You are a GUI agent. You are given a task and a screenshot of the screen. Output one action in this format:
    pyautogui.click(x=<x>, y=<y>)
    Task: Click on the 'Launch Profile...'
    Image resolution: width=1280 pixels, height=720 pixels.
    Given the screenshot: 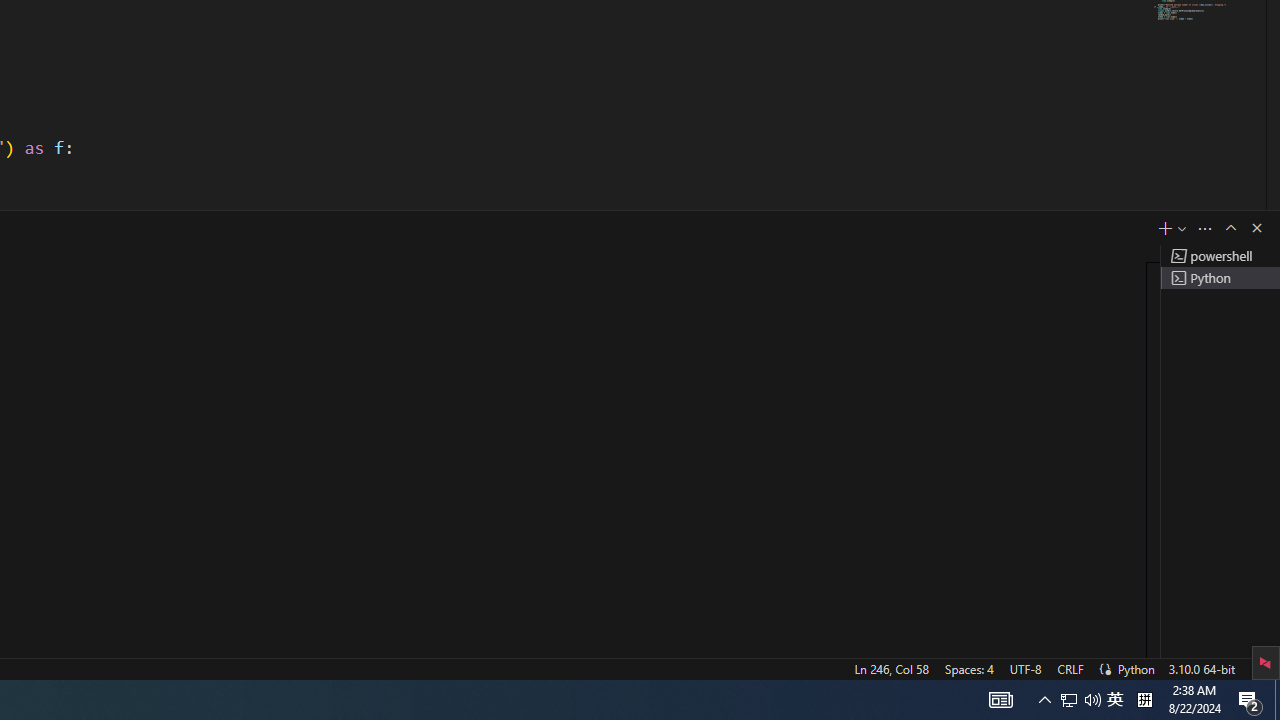 What is the action you would take?
    pyautogui.click(x=1182, y=227)
    